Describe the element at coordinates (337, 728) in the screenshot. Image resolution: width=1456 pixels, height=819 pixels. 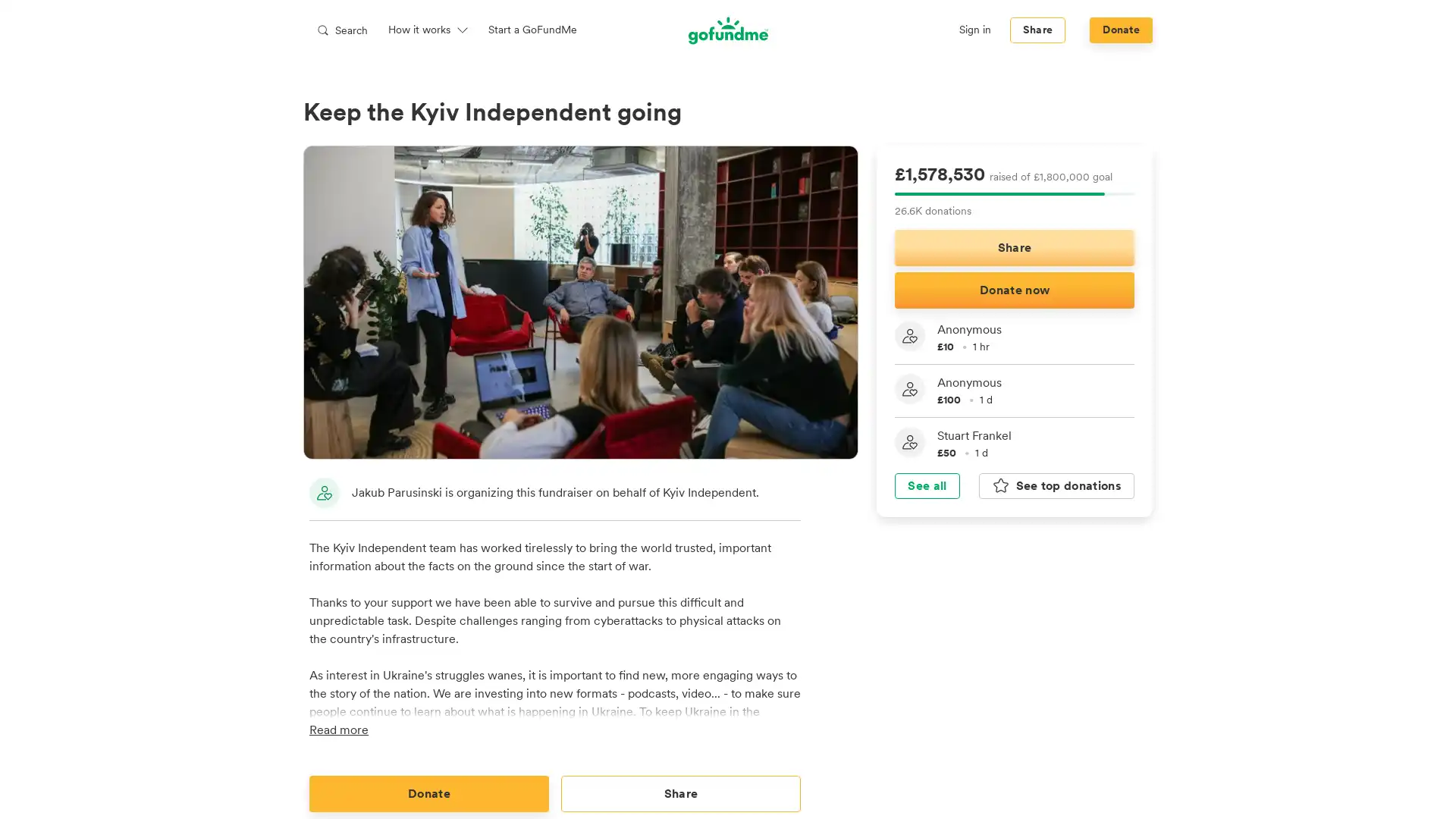
I see `Read more` at that location.